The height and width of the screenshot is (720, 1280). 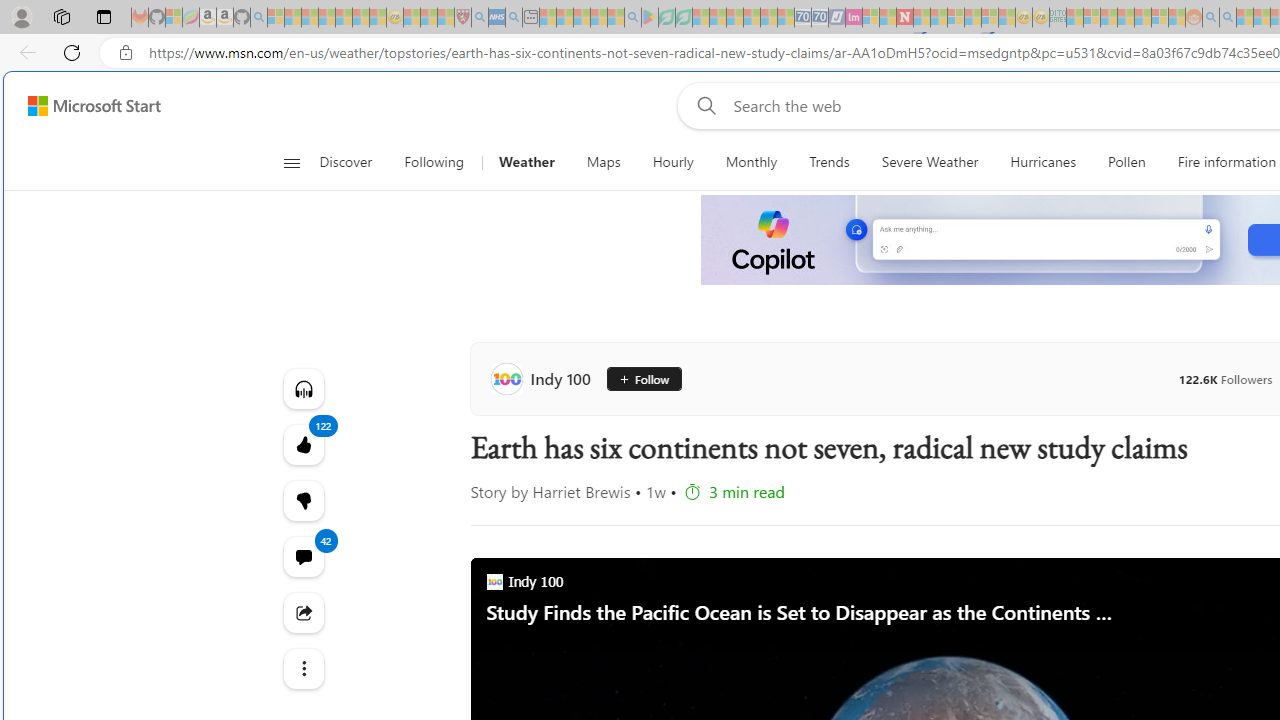 I want to click on 'Terms of Use Agreement - Sleeping', so click(x=666, y=17).